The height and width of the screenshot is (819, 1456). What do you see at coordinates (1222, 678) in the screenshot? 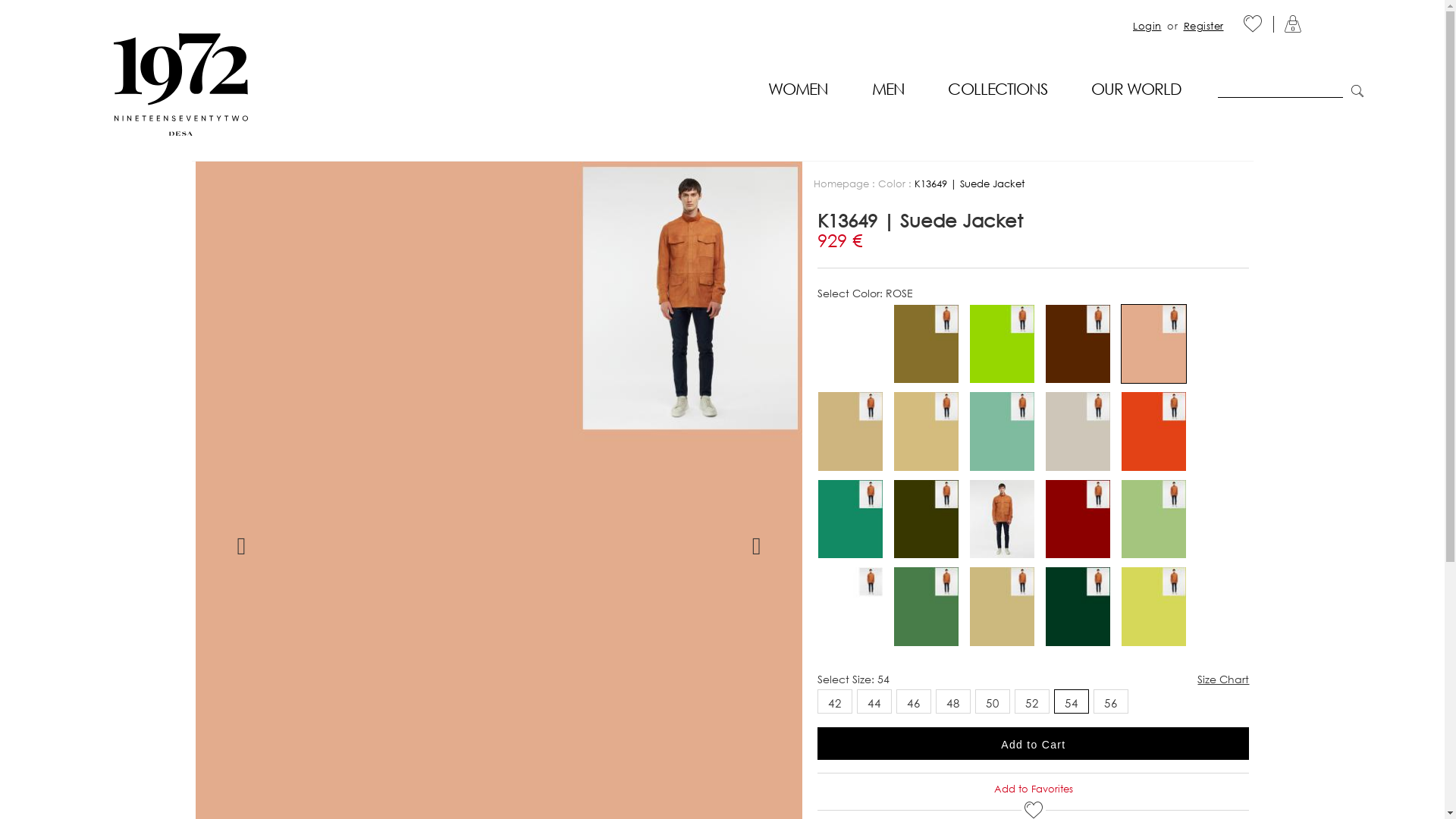
I see `'Size Chart'` at bounding box center [1222, 678].